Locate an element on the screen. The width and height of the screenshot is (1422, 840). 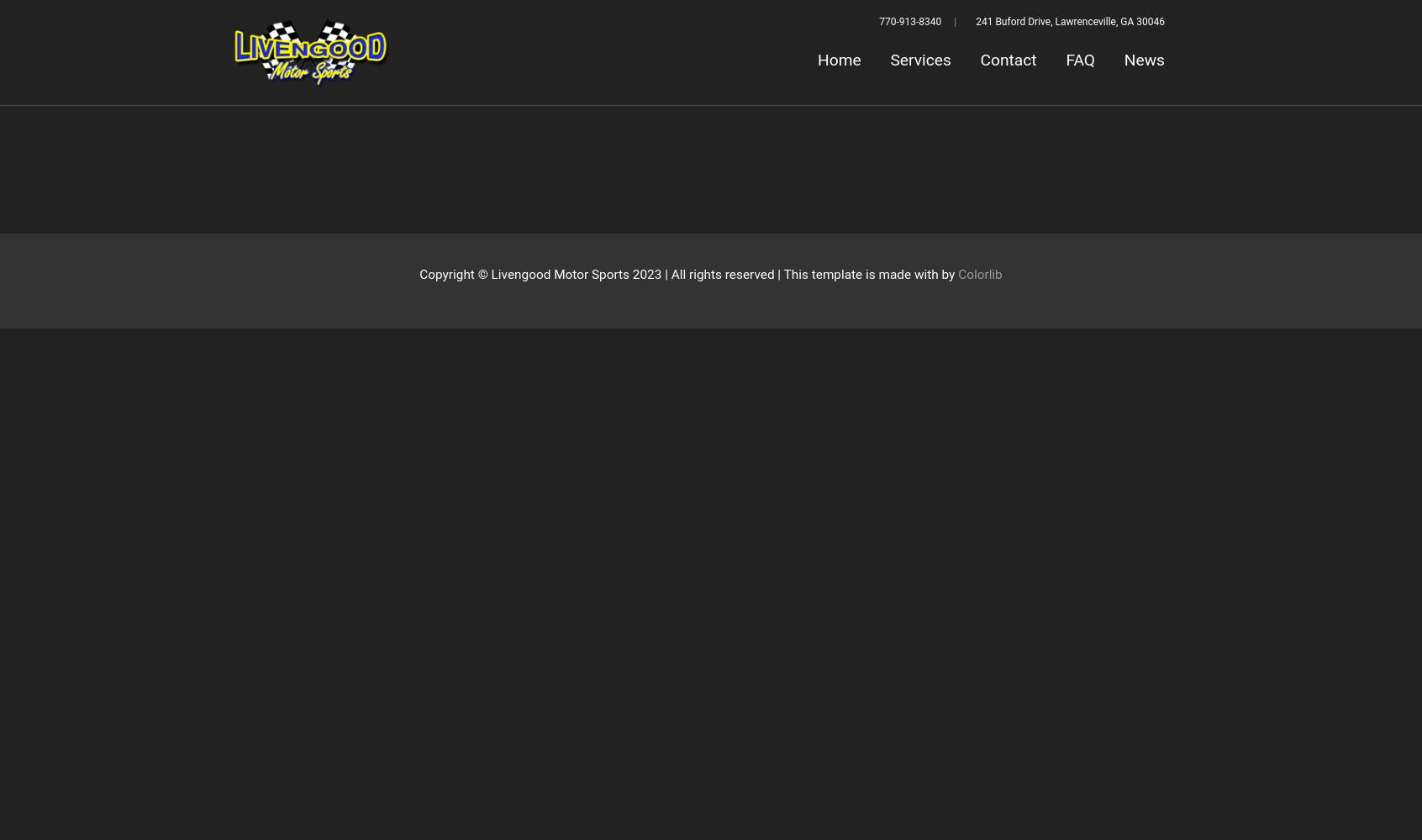
'Home' is located at coordinates (838, 59).